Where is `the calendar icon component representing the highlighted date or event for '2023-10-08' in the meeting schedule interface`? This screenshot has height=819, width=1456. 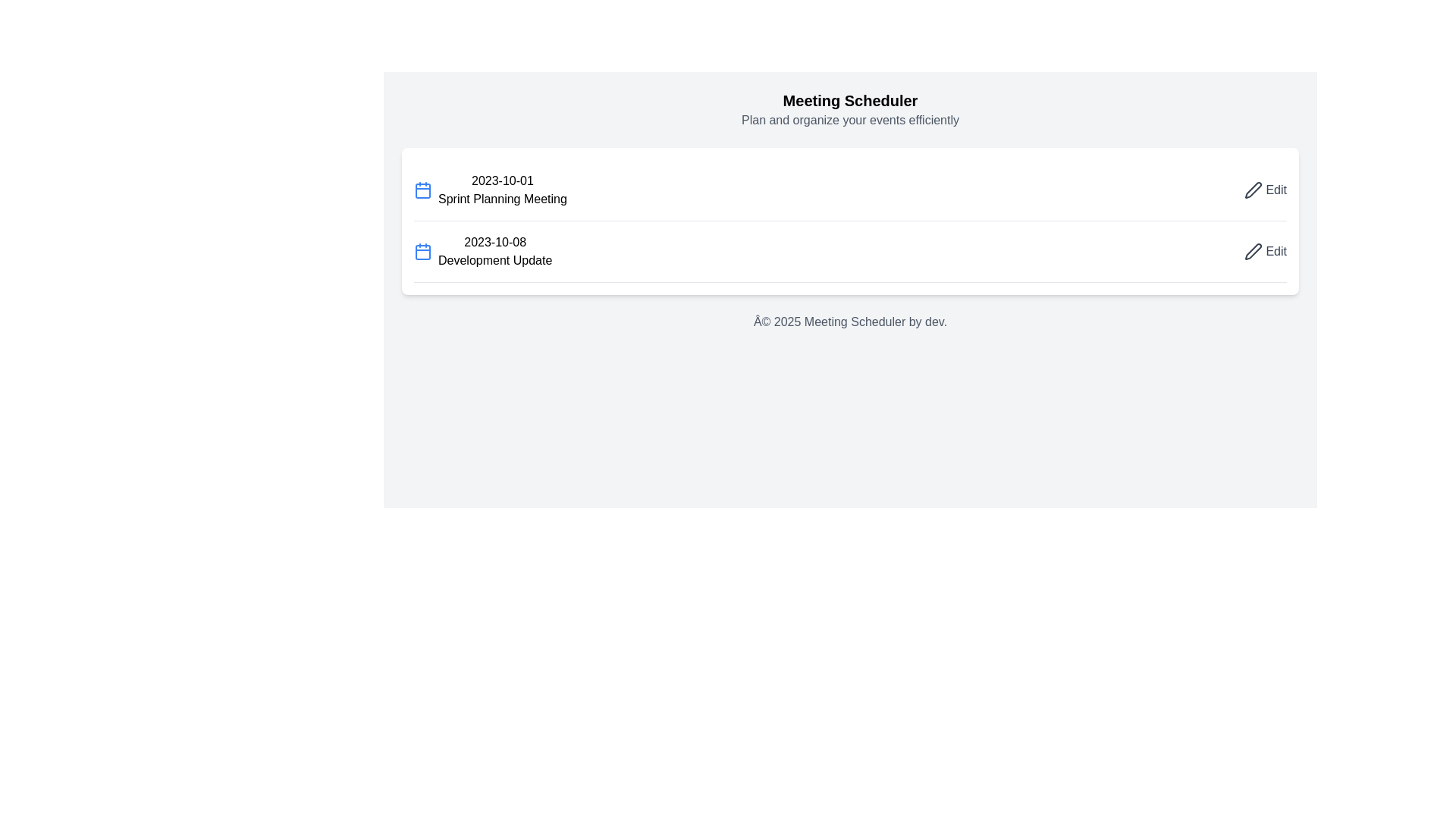 the calendar icon component representing the highlighted date or event for '2023-10-08' in the meeting schedule interface is located at coordinates (422, 251).